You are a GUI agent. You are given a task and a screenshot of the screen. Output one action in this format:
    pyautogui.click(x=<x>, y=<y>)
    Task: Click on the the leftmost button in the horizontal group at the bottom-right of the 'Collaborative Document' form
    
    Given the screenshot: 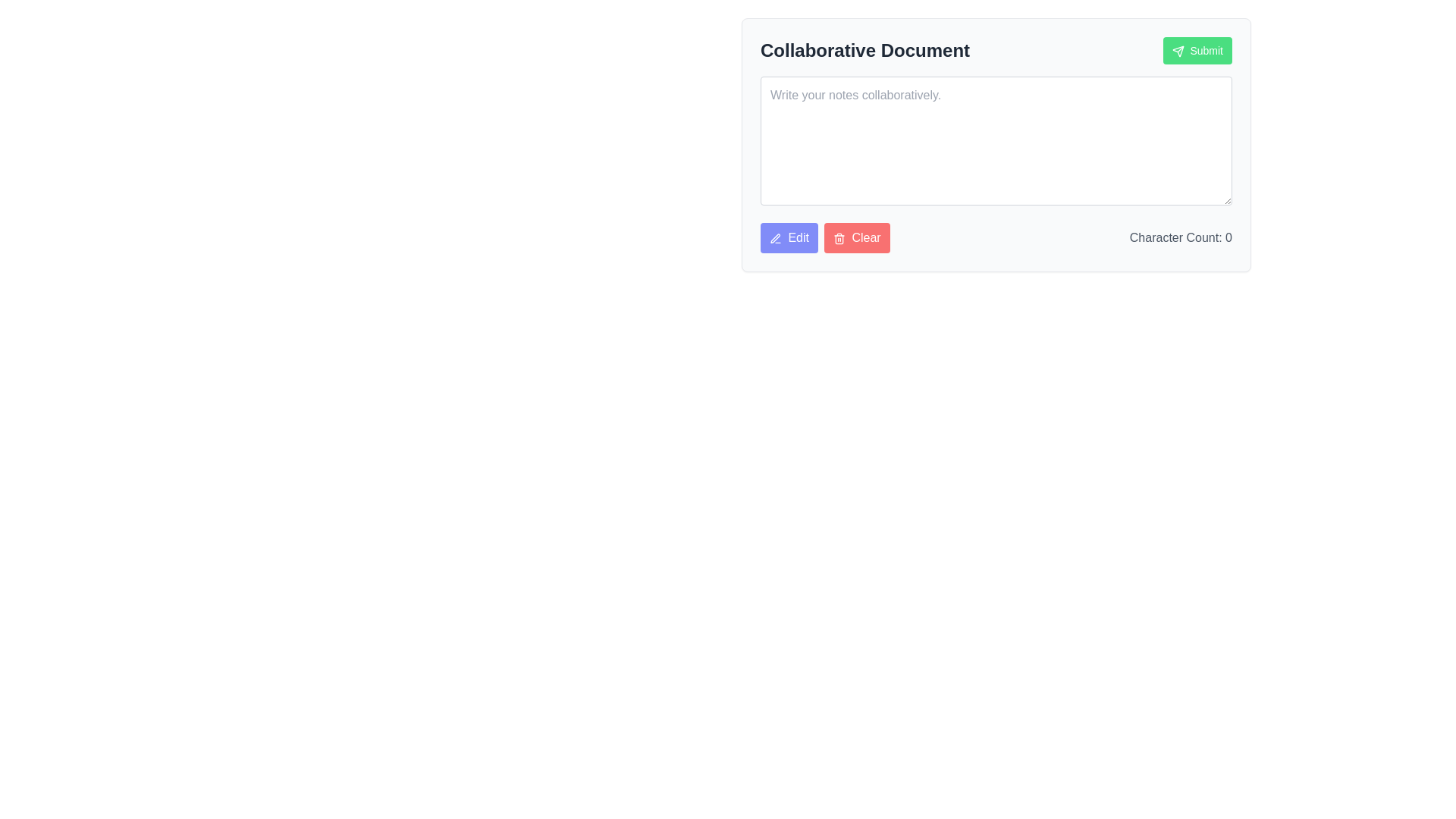 What is the action you would take?
    pyautogui.click(x=789, y=237)
    